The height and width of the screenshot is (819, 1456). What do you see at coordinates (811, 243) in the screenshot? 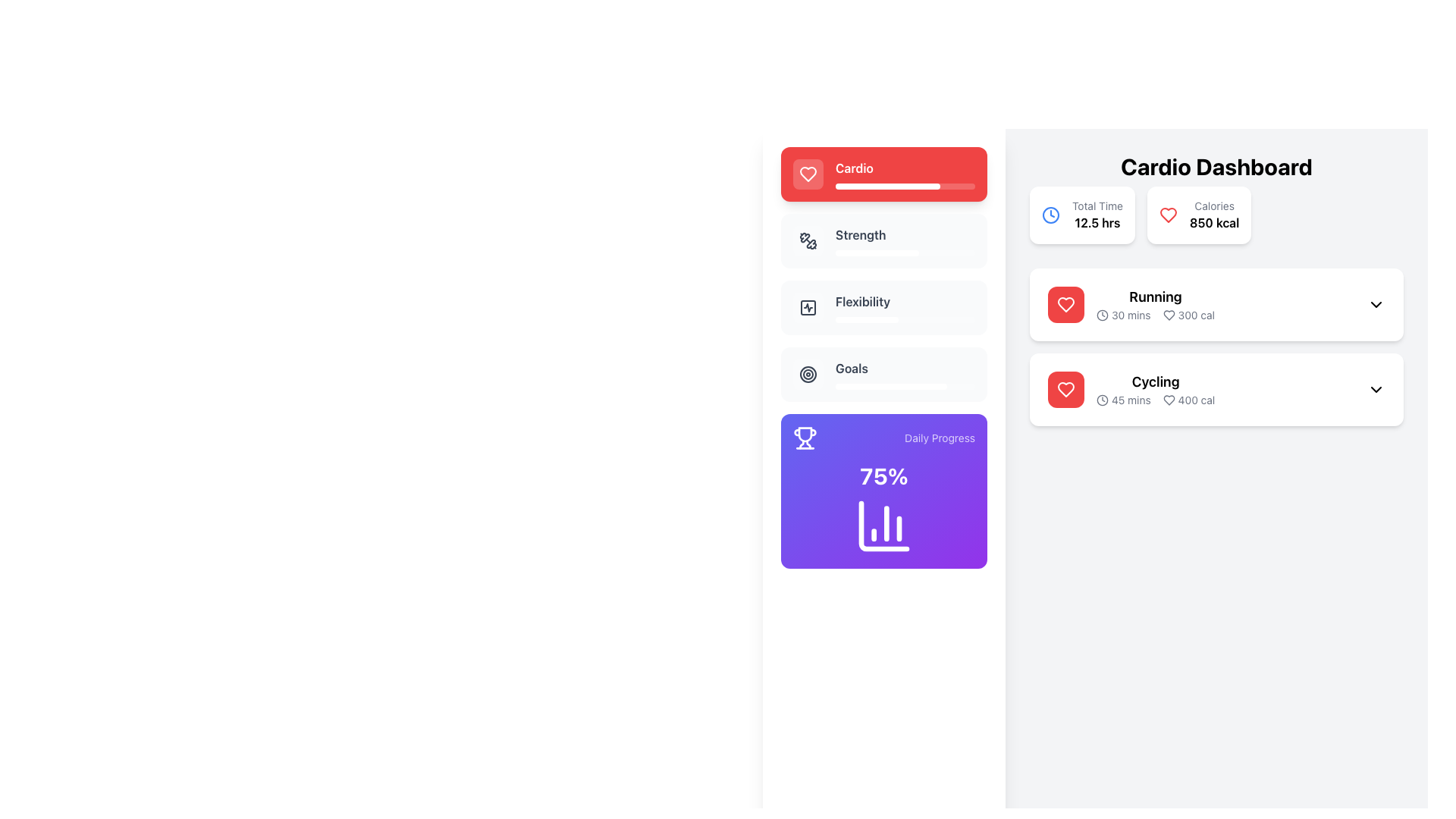
I see `the SVG icon resembling a stylized dumbbell located in the 'Strength' section of the interface` at bounding box center [811, 243].